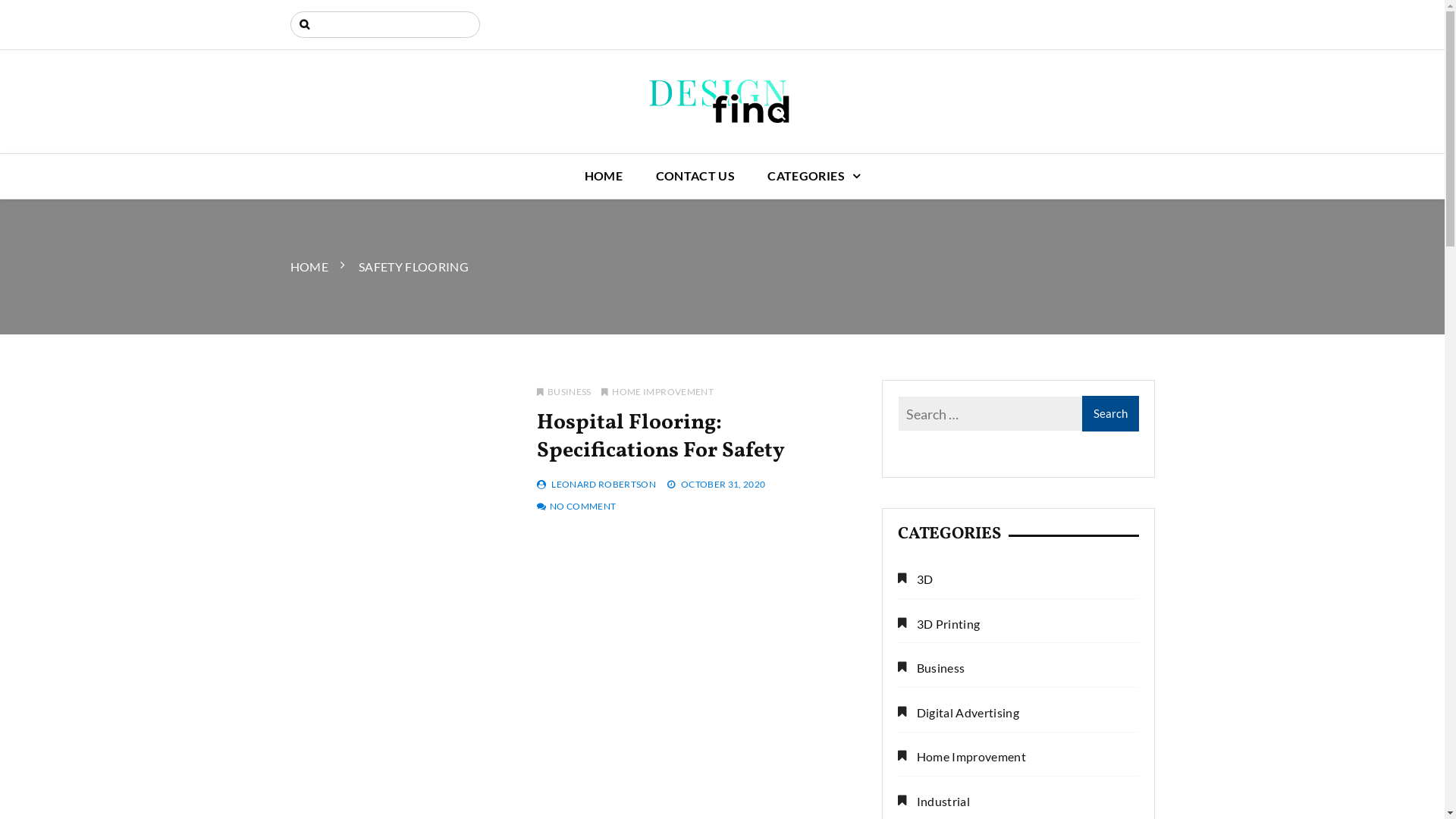  What do you see at coordinates (752, 175) in the screenshot?
I see `'CATEGORIES'` at bounding box center [752, 175].